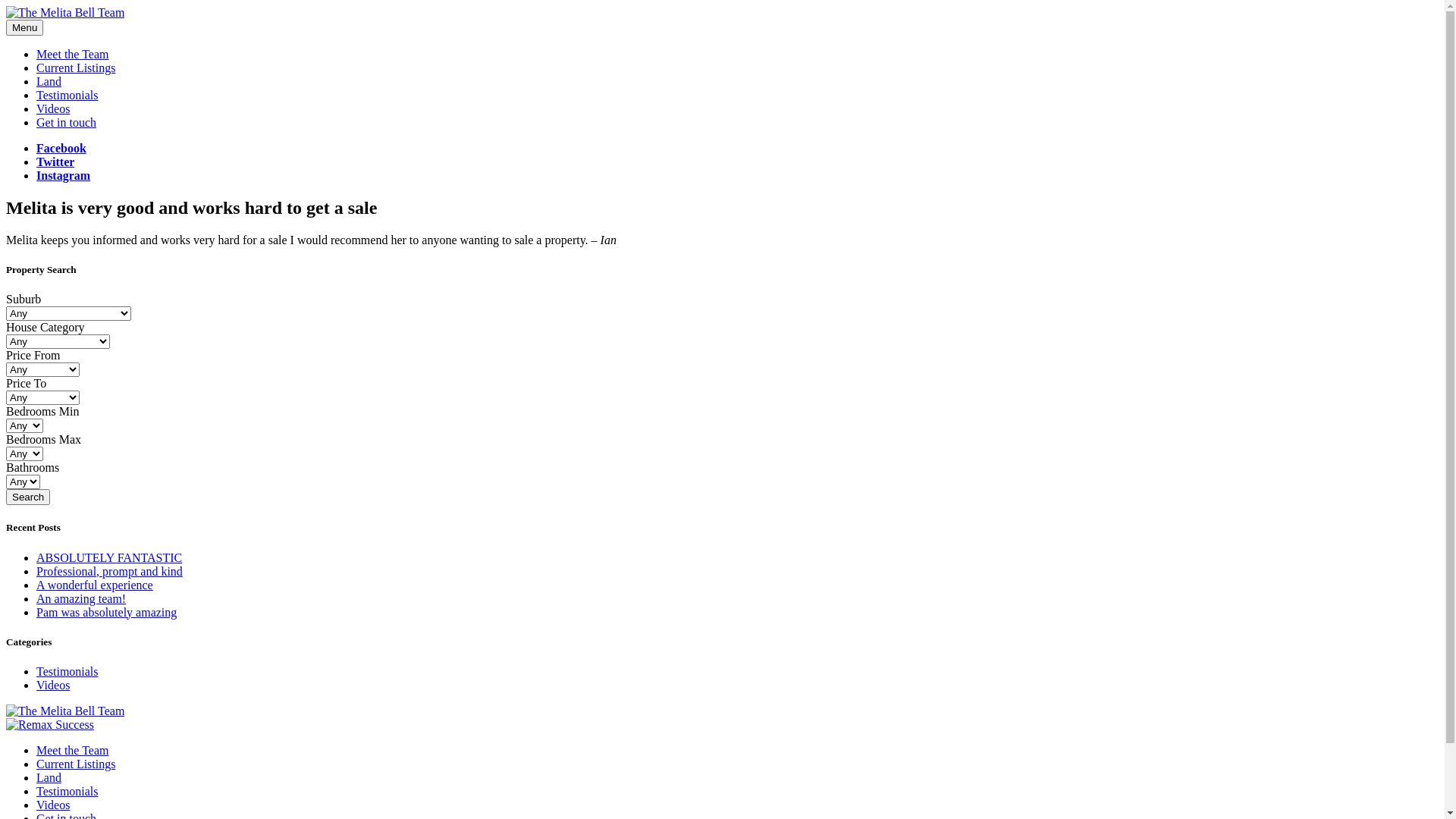  I want to click on 'Meet the Team', so click(71, 749).